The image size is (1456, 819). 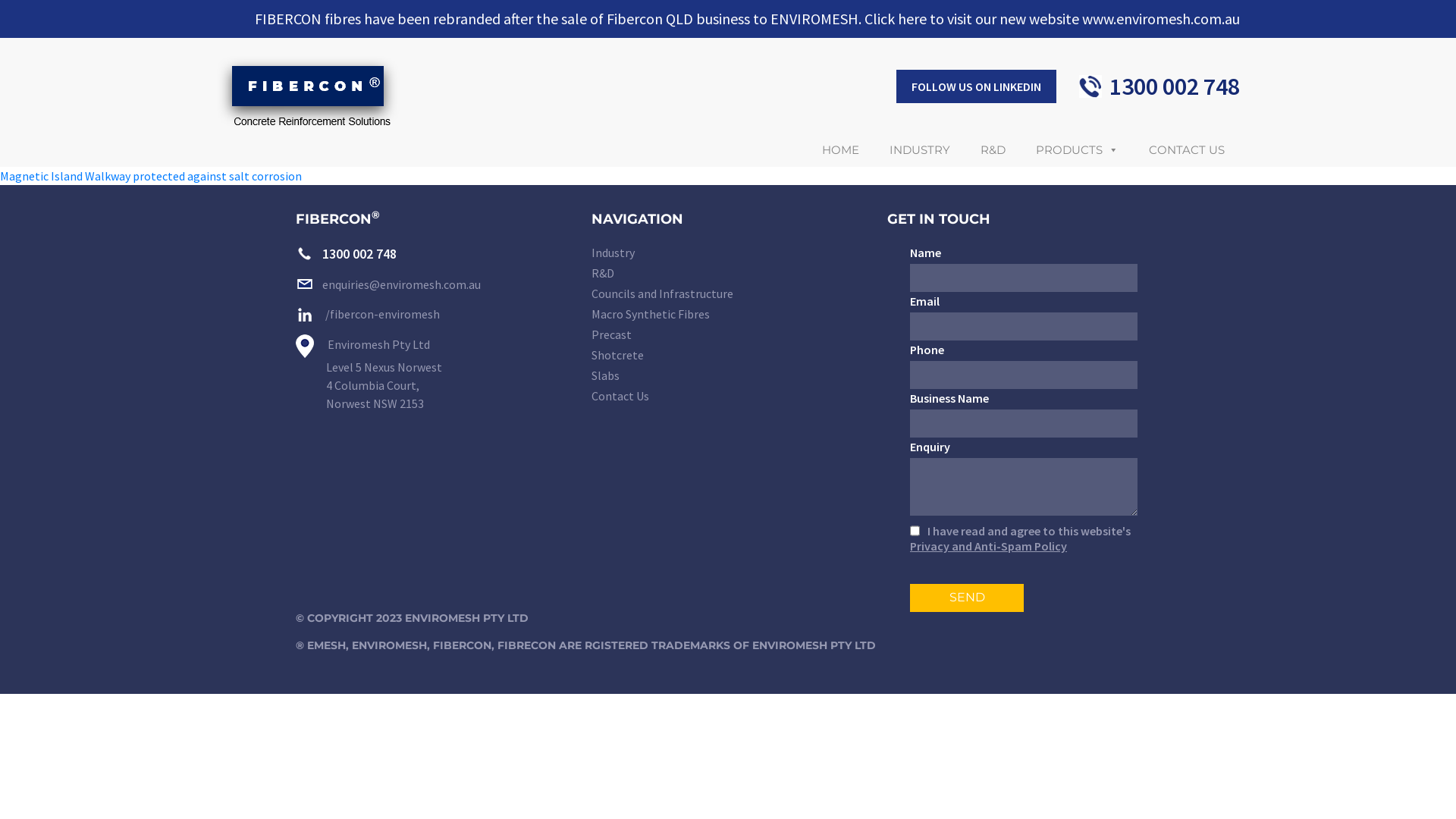 What do you see at coordinates (388, 284) in the screenshot?
I see `'enquiries@enviromesh.com.au'` at bounding box center [388, 284].